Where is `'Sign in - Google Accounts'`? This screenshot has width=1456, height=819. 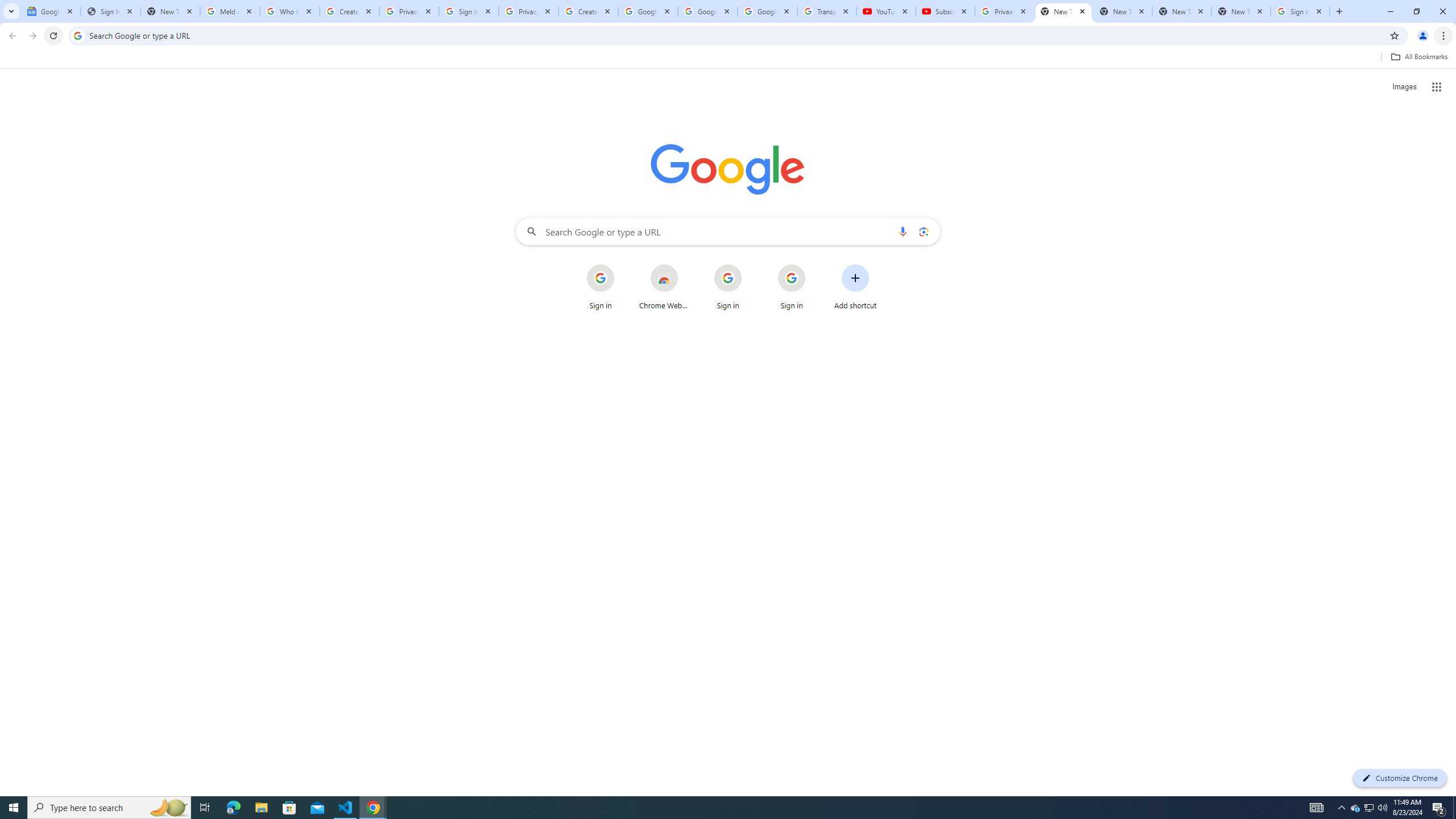 'Sign in - Google Accounts' is located at coordinates (1300, 11).